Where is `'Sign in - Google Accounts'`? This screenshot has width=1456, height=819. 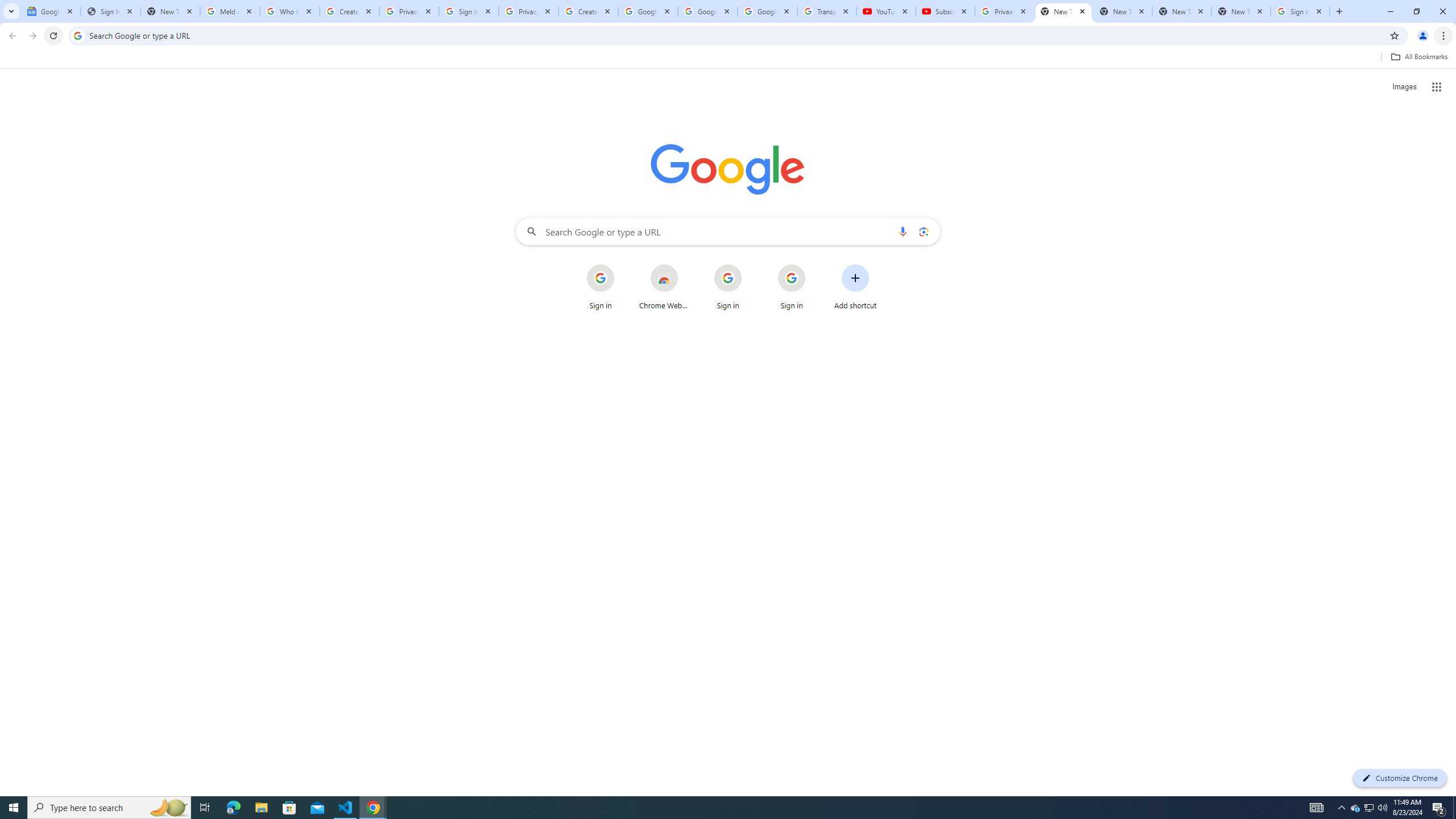 'Sign in - Google Accounts' is located at coordinates (1300, 11).